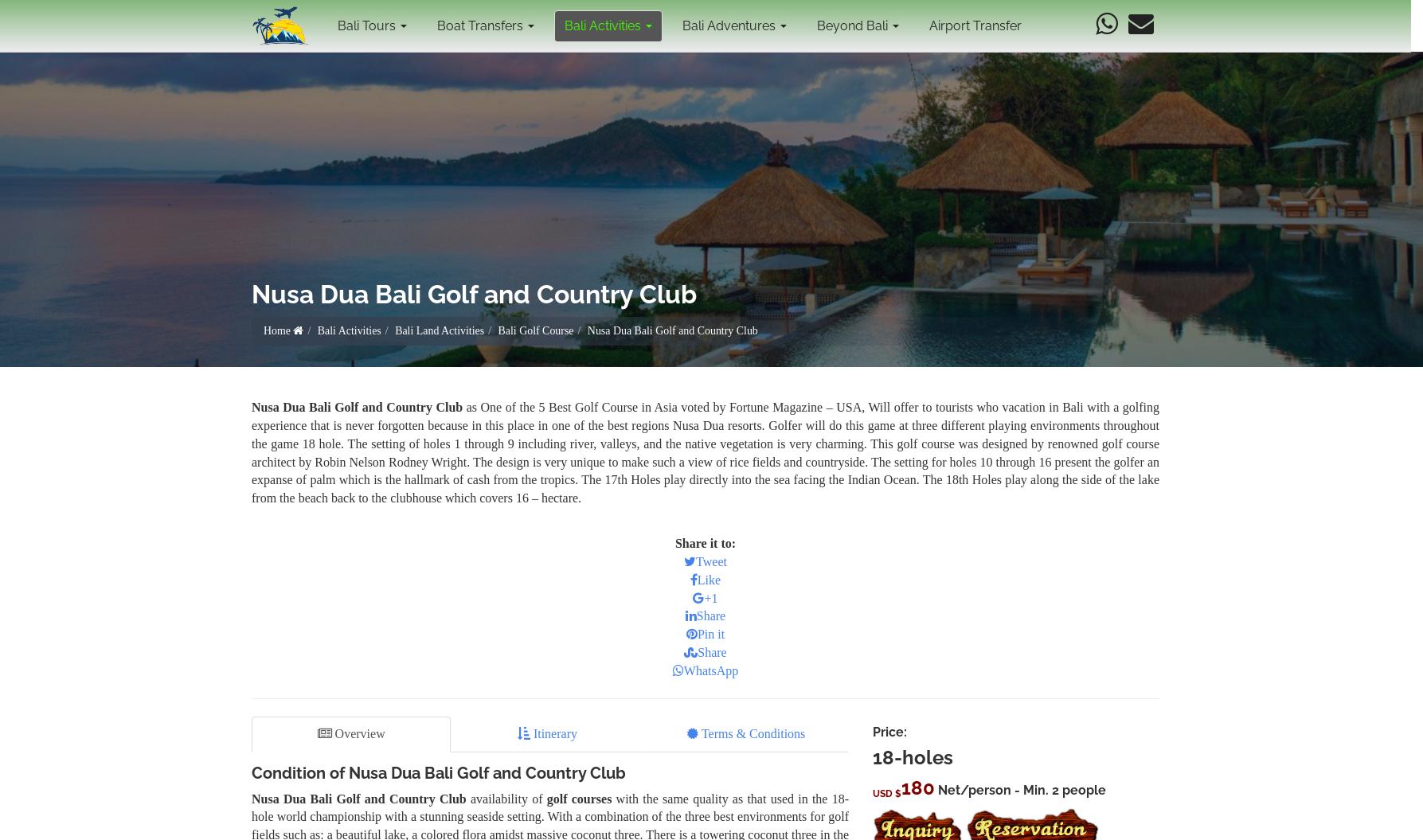 Image resolution: width=1423 pixels, height=840 pixels. Describe the element at coordinates (705, 541) in the screenshot. I see `'Share it to:'` at that location.